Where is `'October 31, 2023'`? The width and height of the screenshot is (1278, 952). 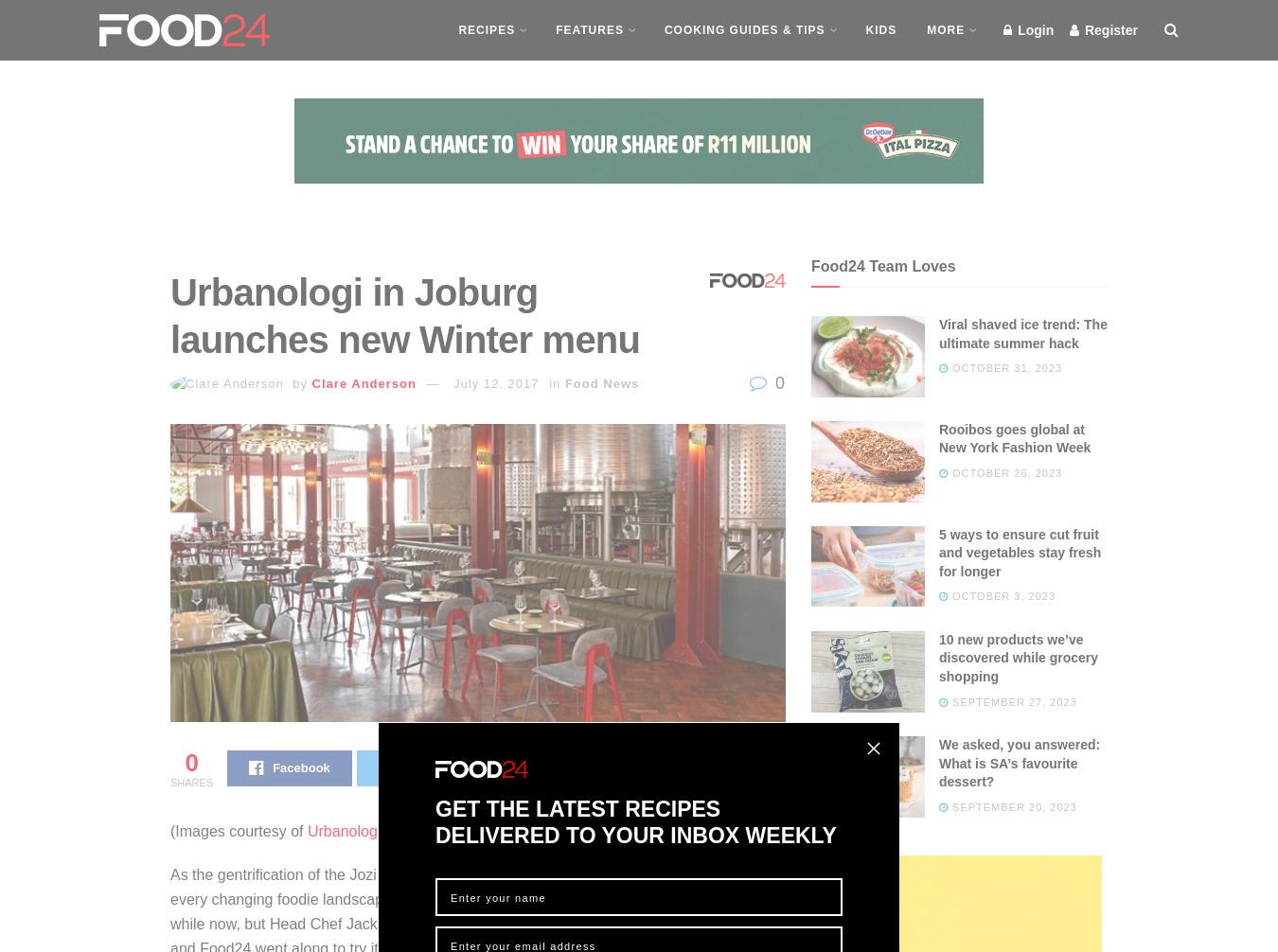
'October 31, 2023' is located at coordinates (947, 367).